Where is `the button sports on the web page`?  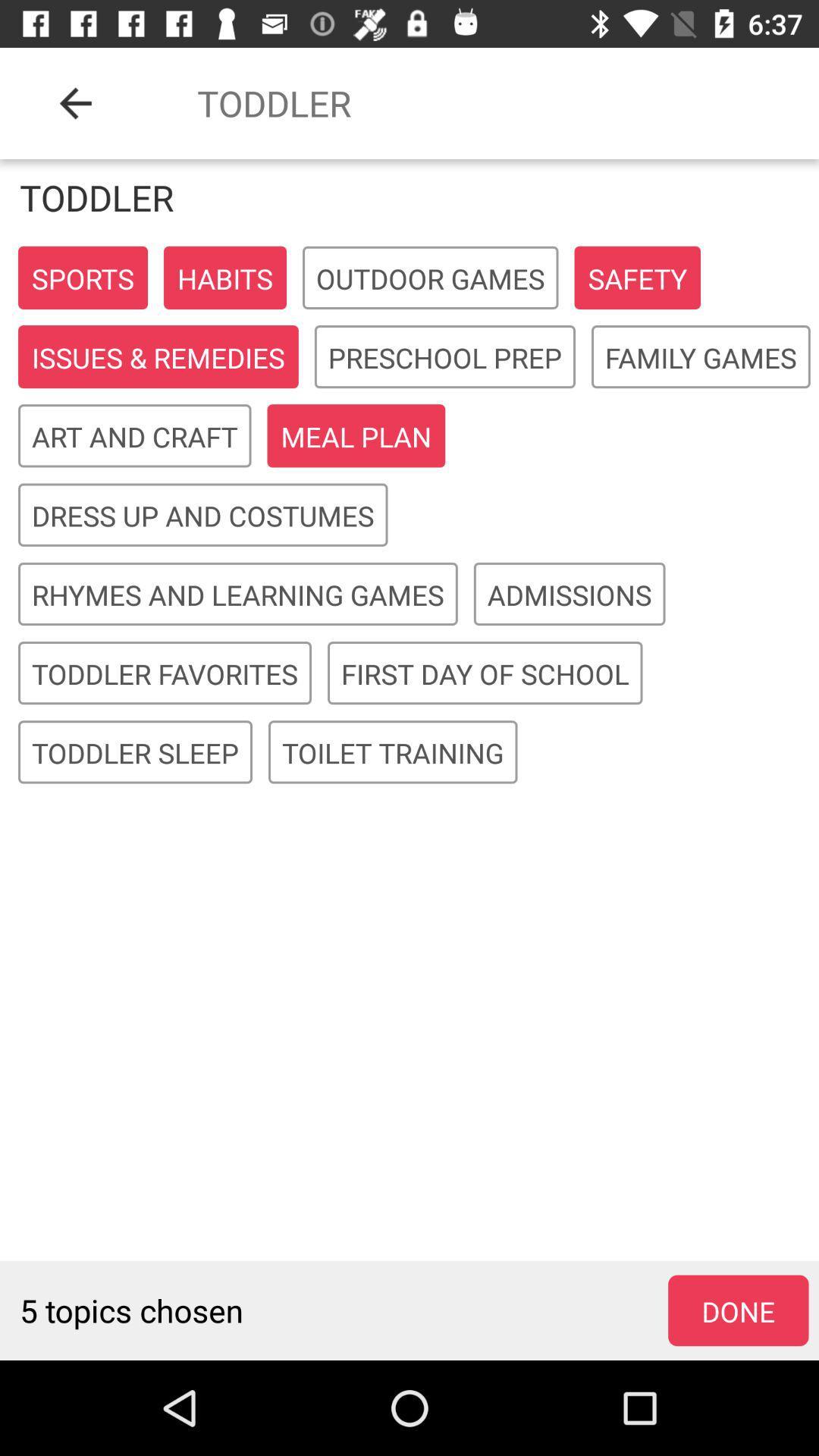 the button sports on the web page is located at coordinates (83, 278).